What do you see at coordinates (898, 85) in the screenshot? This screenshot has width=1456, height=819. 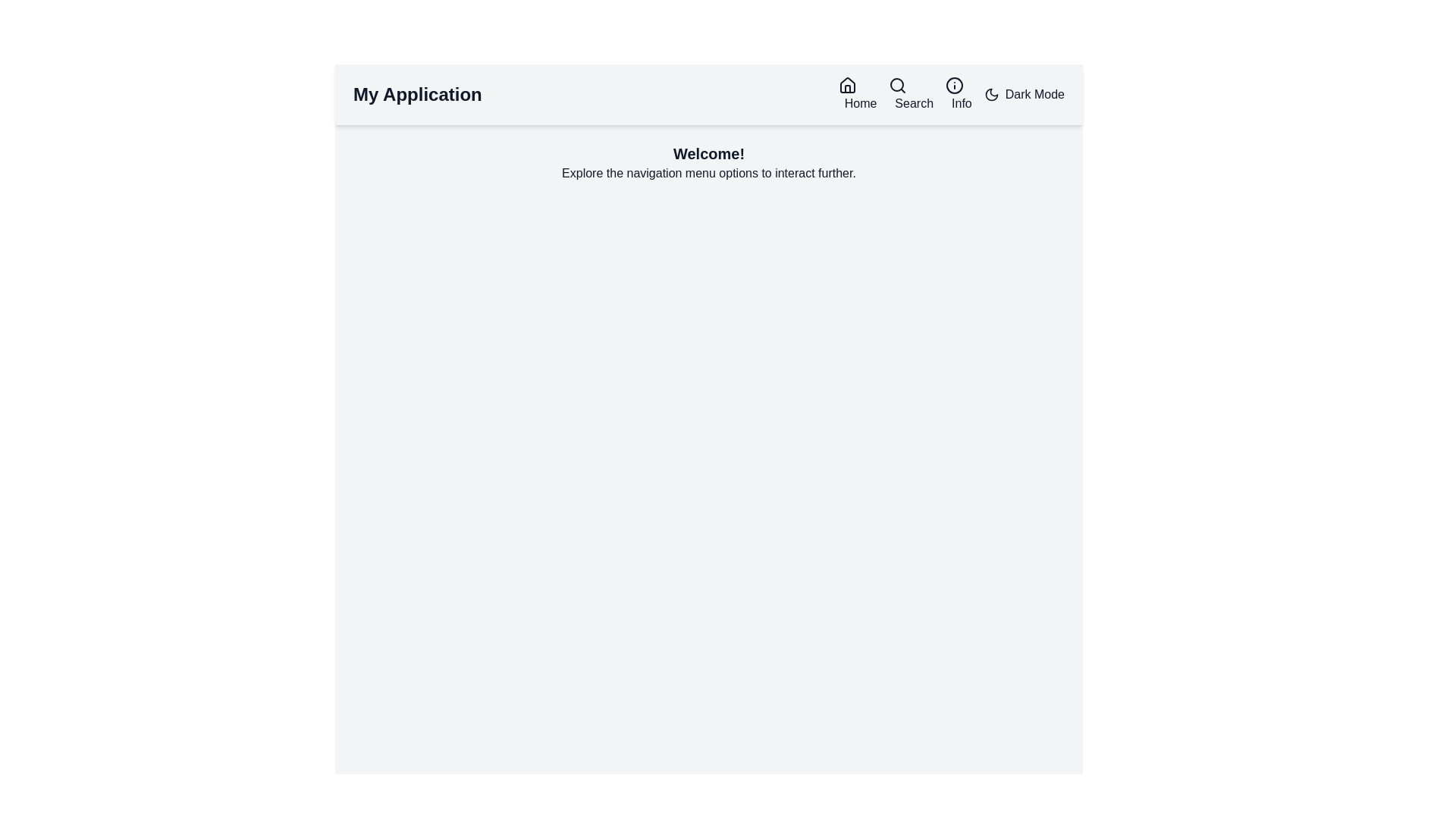 I see `the Search Icon located in the navigation bar, positioned between the 'Home' and 'Info' icons, to initiate a search` at bounding box center [898, 85].